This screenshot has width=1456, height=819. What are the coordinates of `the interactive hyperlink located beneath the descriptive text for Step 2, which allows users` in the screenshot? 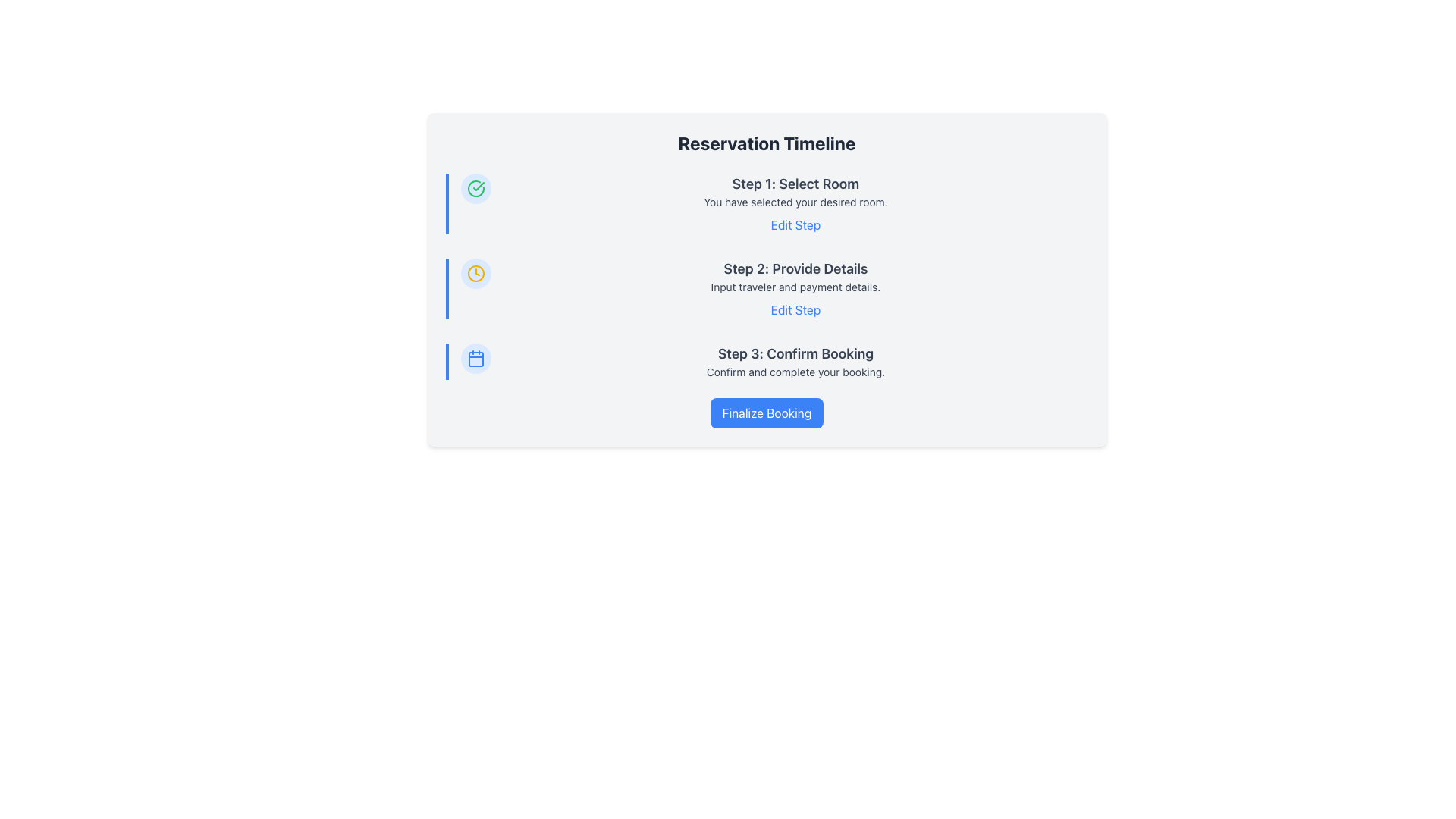 It's located at (795, 309).